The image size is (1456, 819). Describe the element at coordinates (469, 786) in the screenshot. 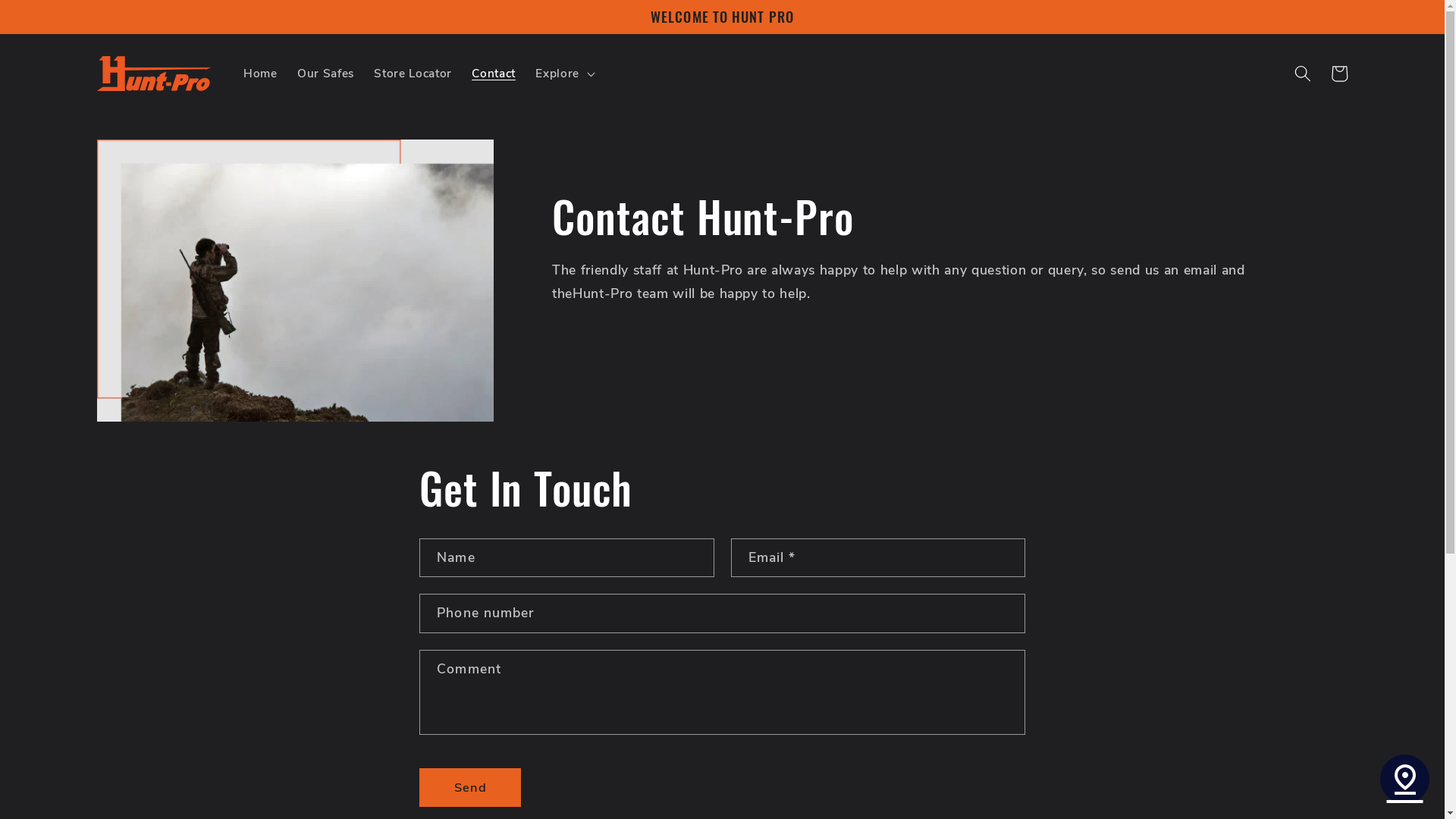

I see `'Send'` at that location.